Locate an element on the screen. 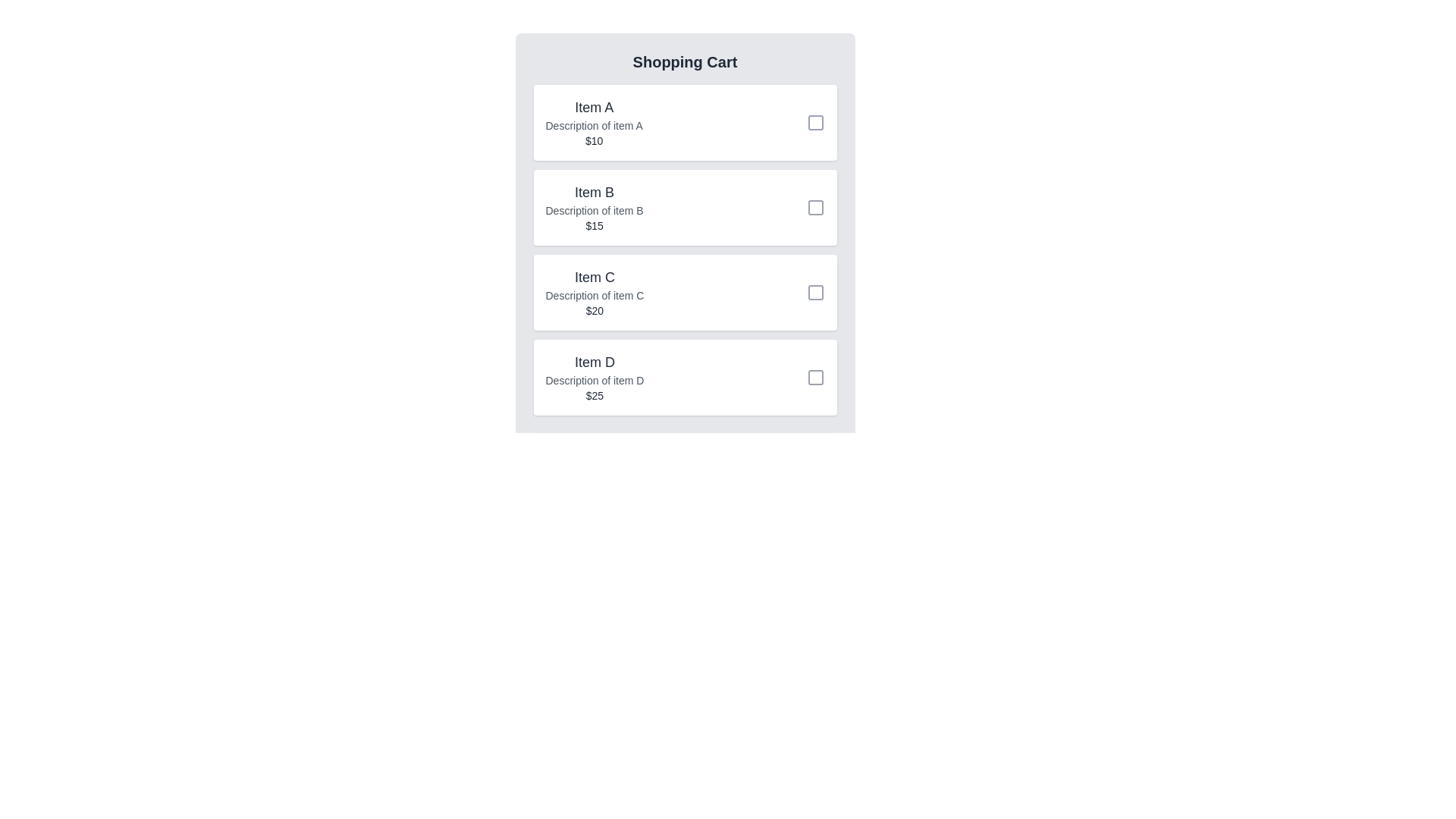  the icon in the 'Item A' section of the shopping cart is located at coordinates (814, 122).